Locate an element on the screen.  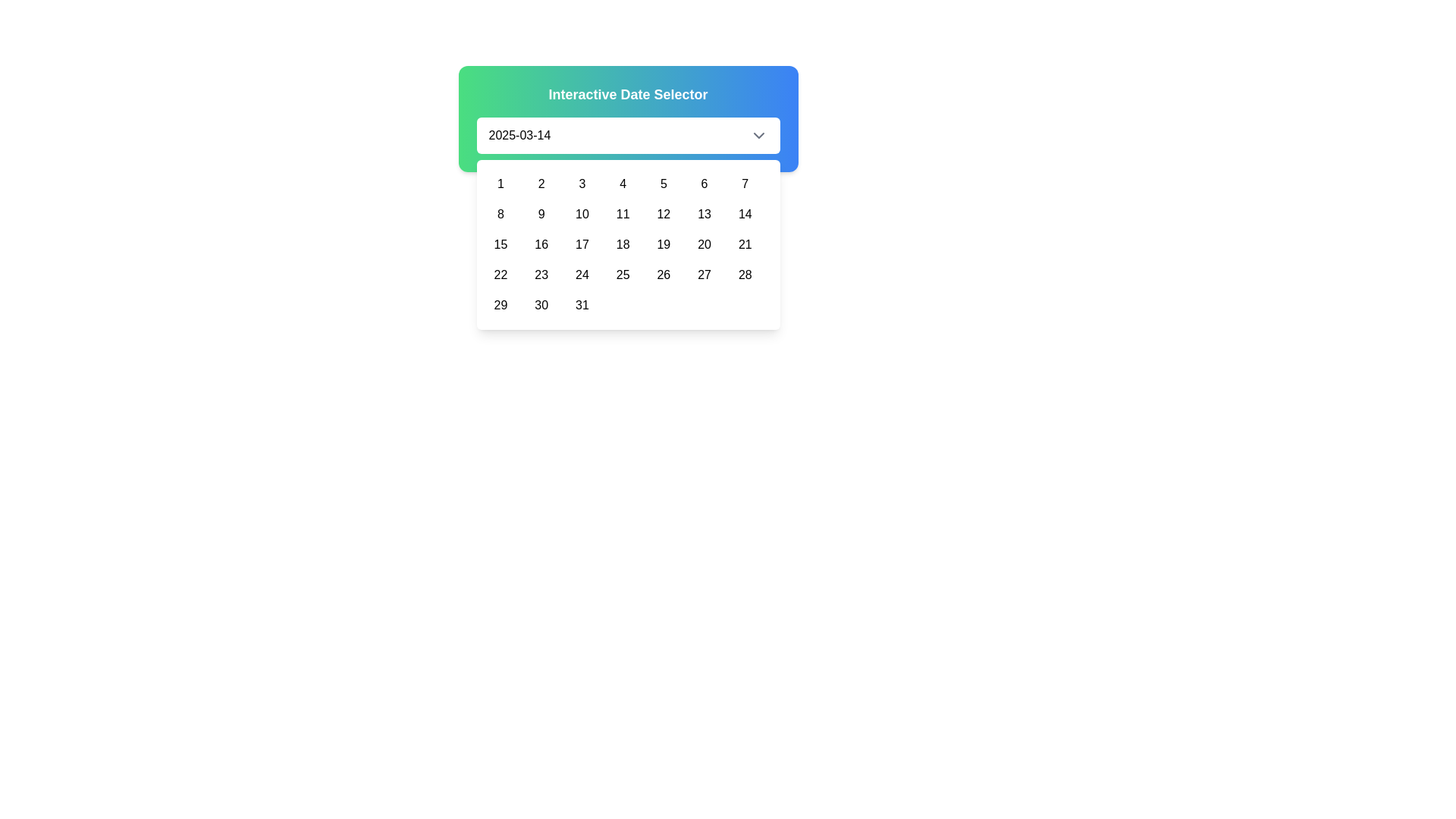
the first day of the month button in the calendar view to change its background color is located at coordinates (500, 184).